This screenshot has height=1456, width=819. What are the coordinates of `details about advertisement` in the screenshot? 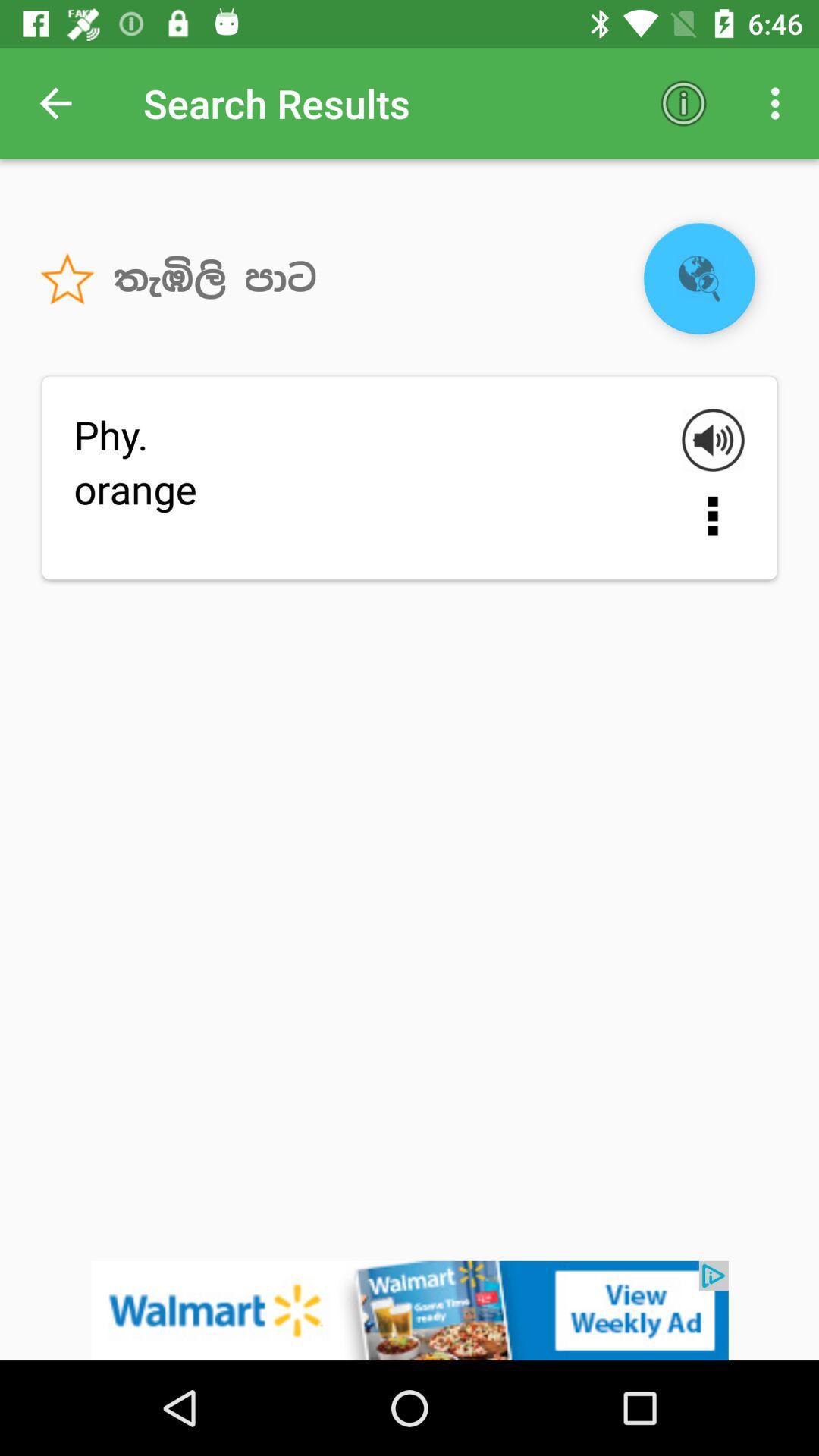 It's located at (409, 1310).